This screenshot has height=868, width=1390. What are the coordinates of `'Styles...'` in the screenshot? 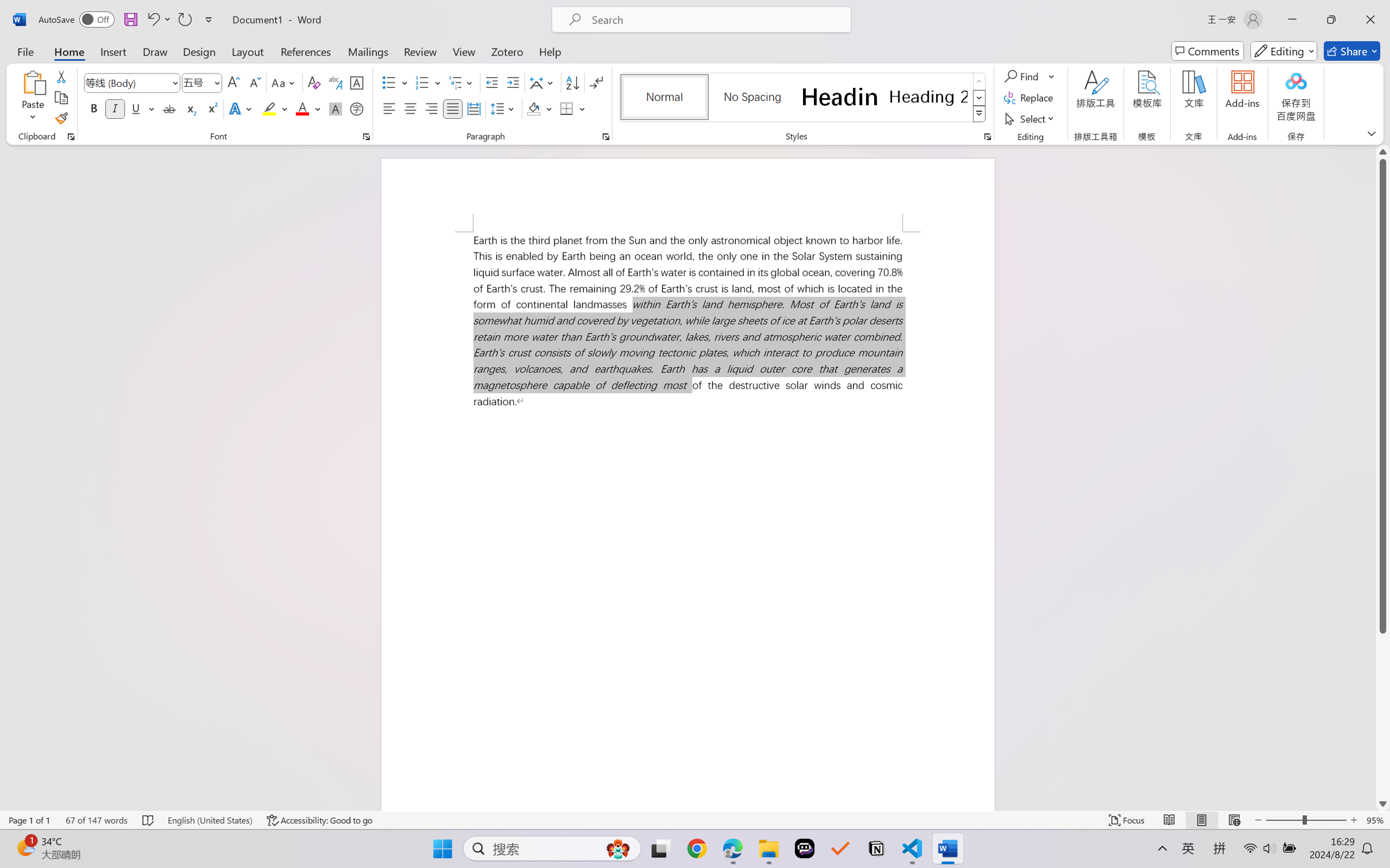 It's located at (987, 136).